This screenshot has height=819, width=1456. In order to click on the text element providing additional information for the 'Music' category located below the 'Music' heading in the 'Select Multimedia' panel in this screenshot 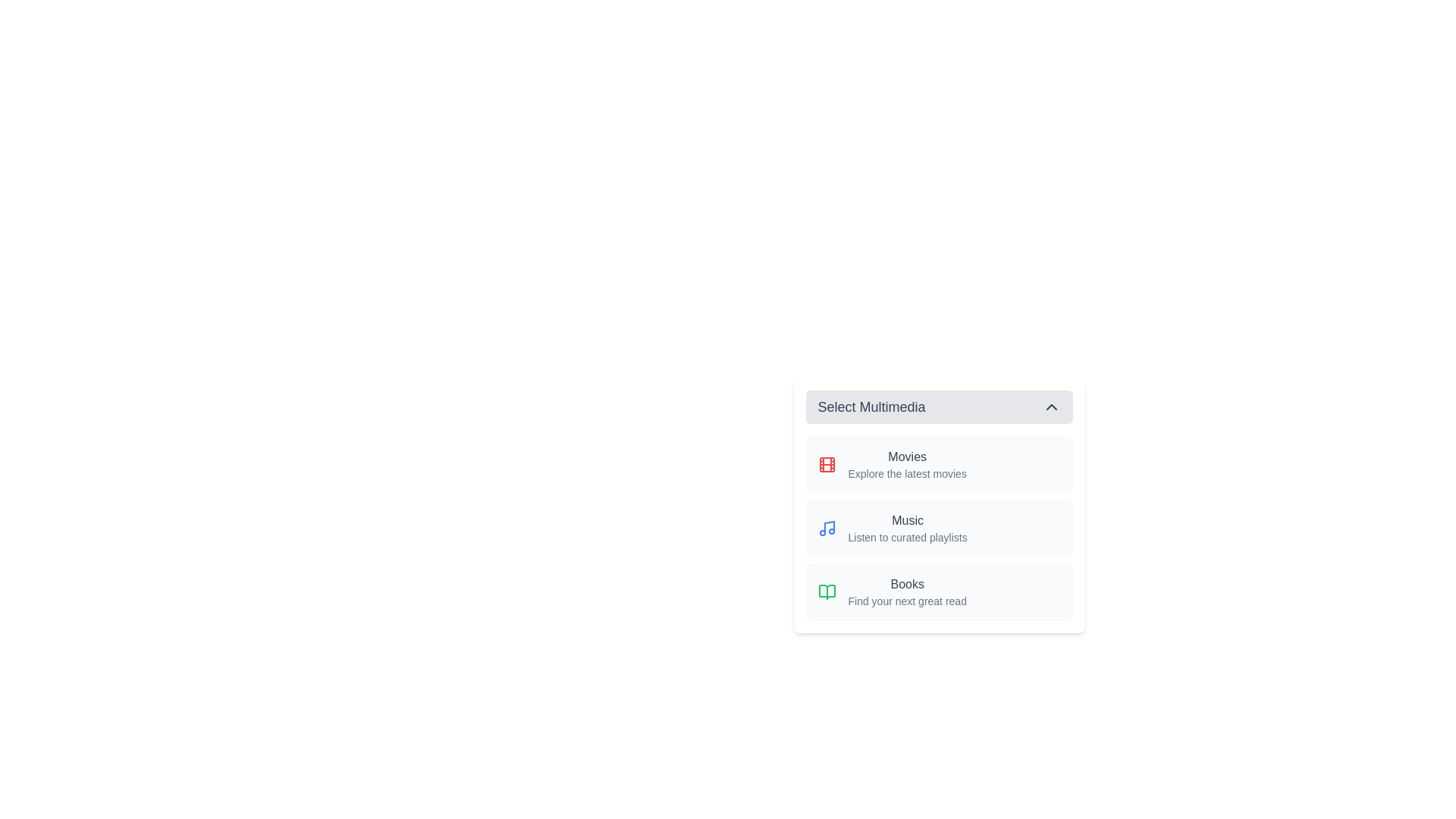, I will do `click(908, 537)`.